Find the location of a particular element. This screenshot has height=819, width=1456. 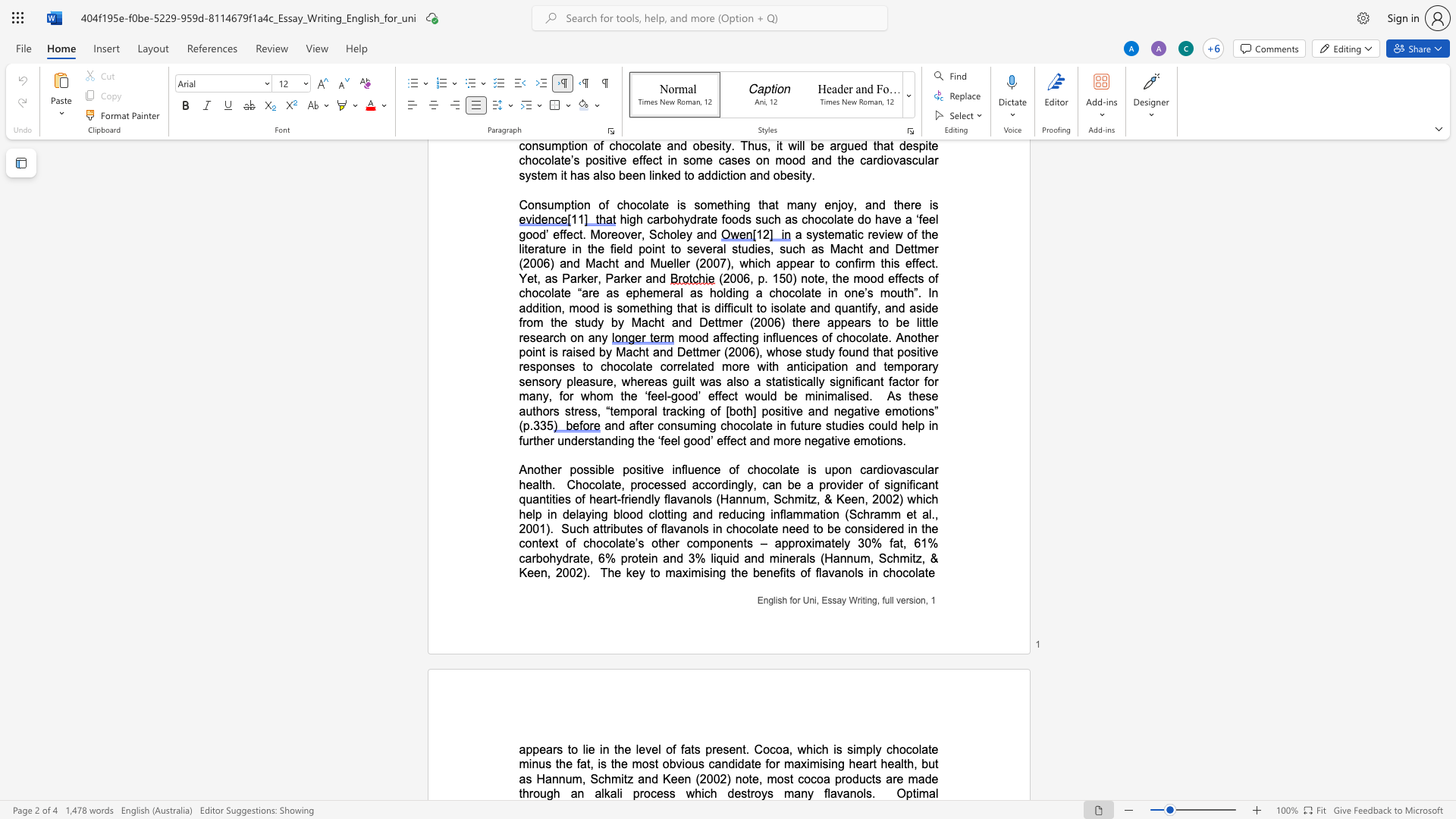

the space between the continuous character "d" and "u" in the text is located at coordinates (858, 779).